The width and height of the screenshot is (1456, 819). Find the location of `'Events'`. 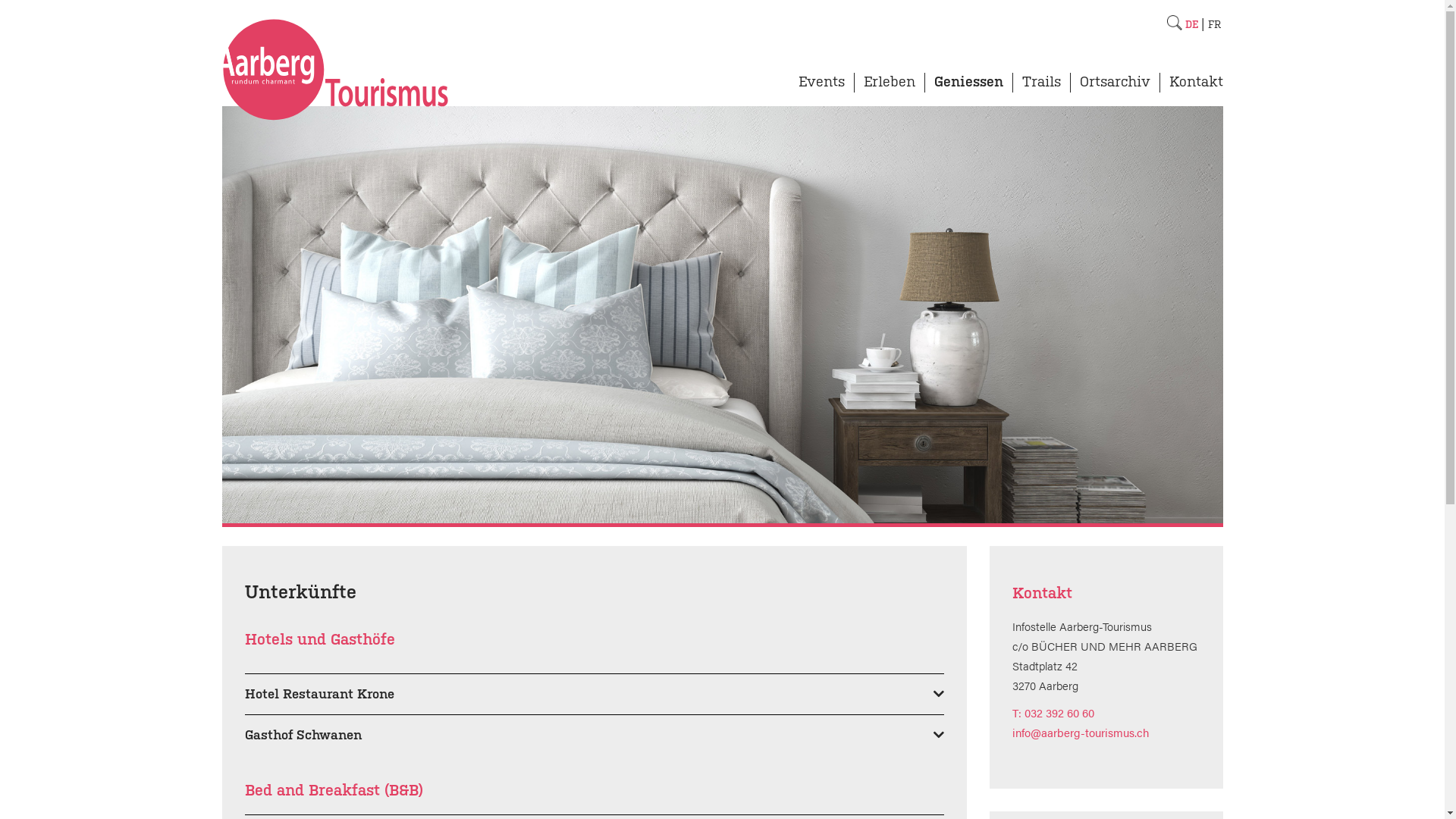

'Events' is located at coordinates (820, 87).